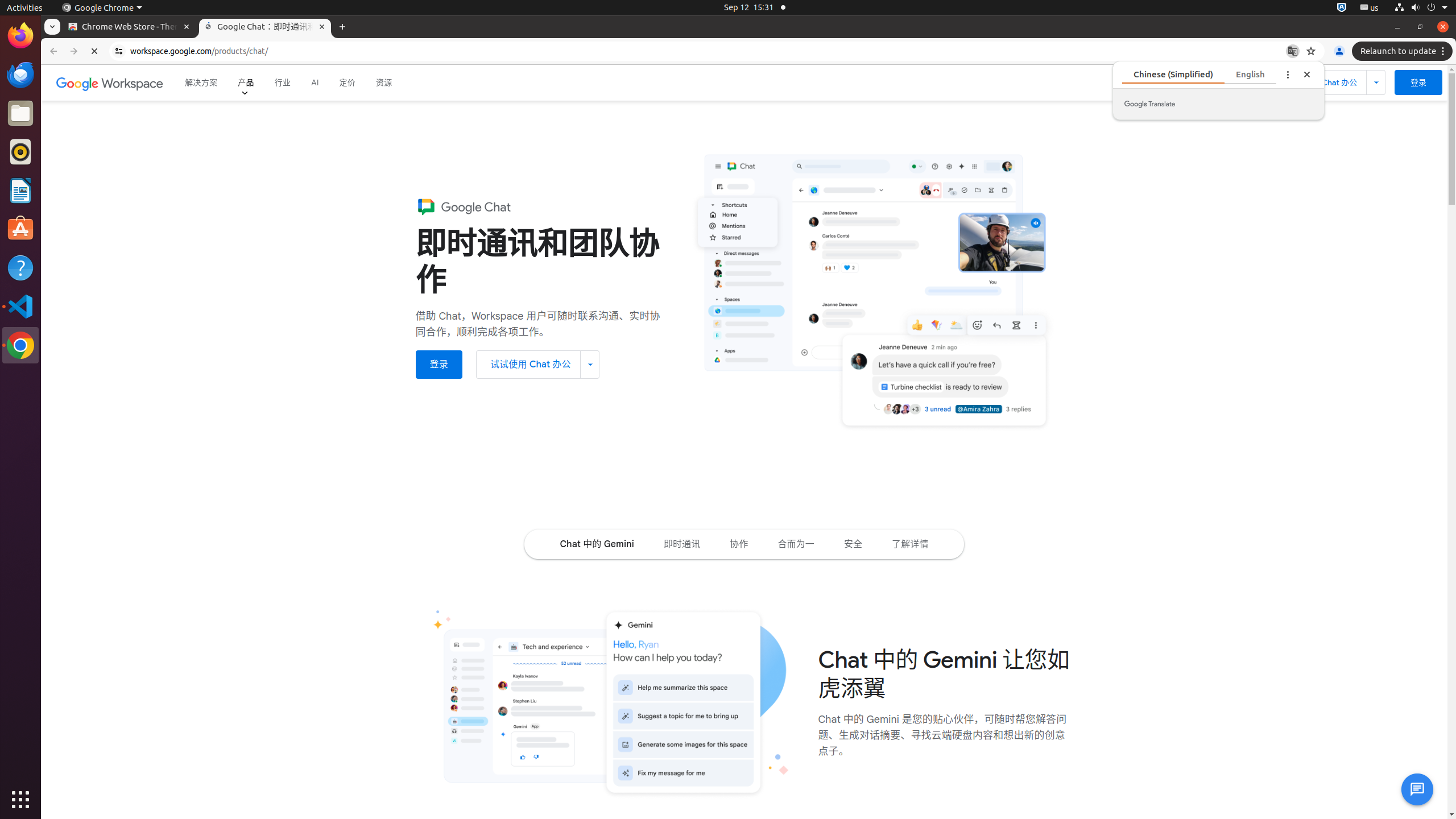 This screenshot has height=819, width=1456. Describe the element at coordinates (1198, 74) in the screenshot. I see `'Chinese (Simplified)'` at that location.